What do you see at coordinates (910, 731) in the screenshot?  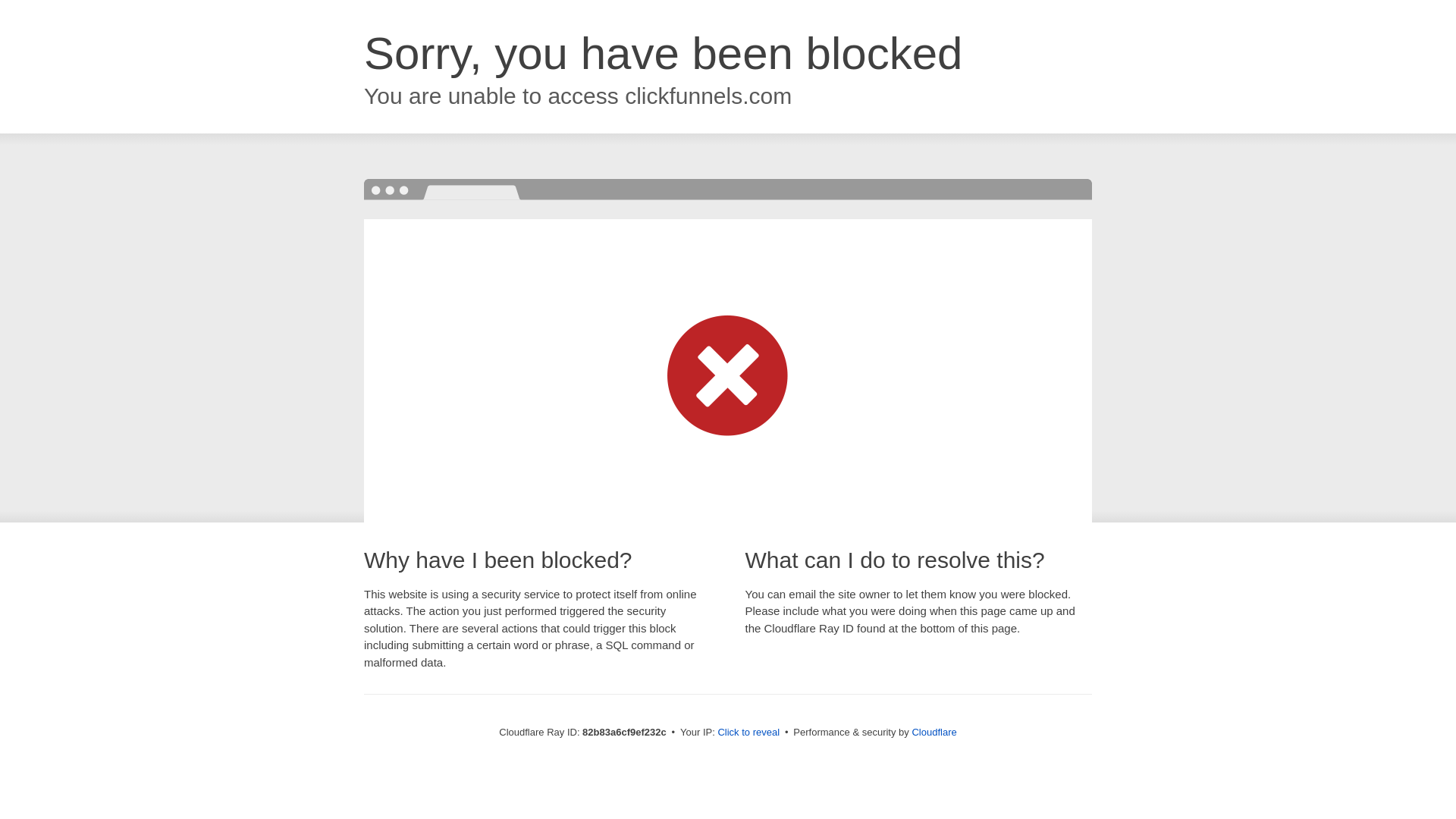 I see `'Cloudflare'` at bounding box center [910, 731].